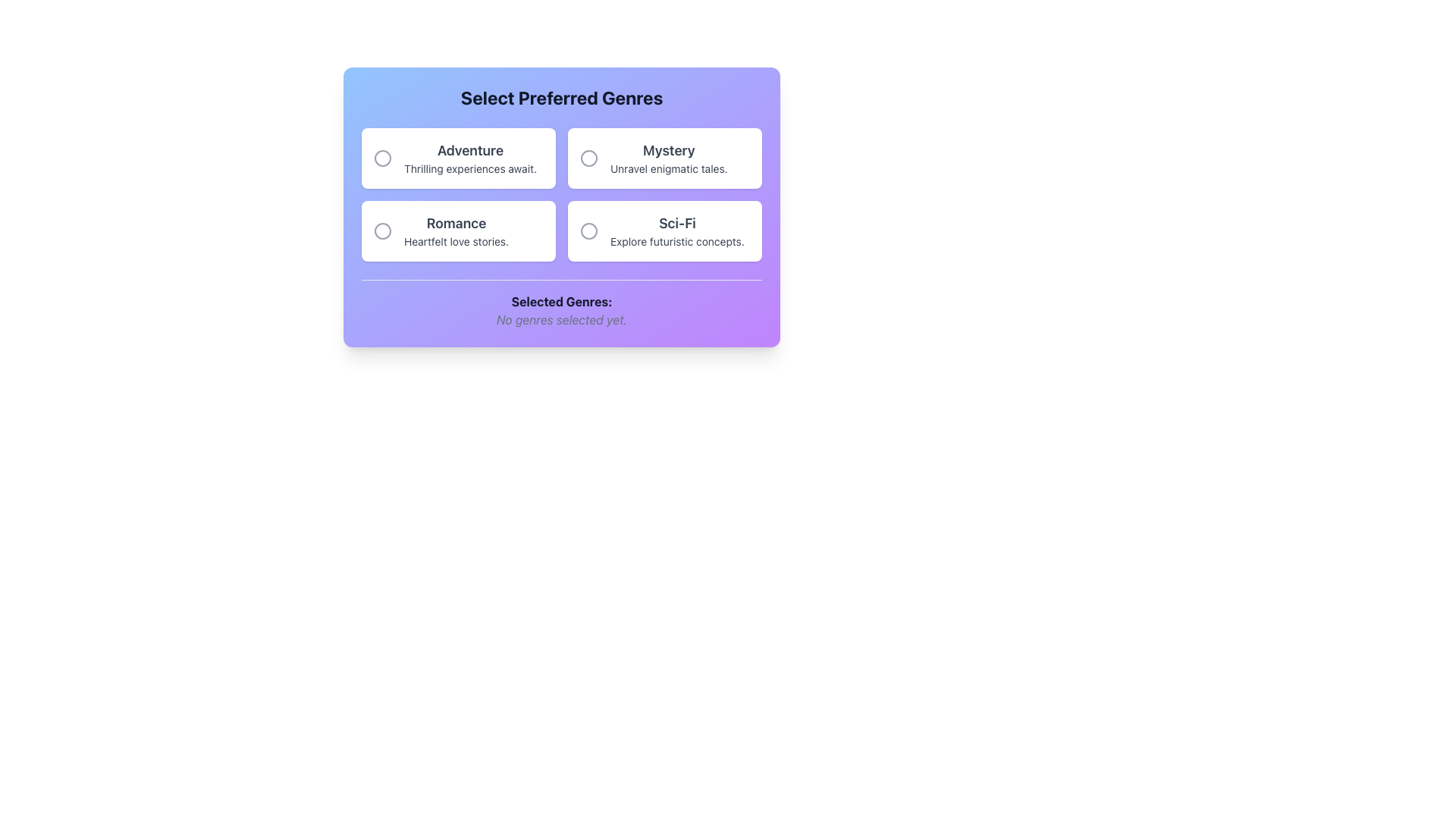 This screenshot has width=1456, height=819. What do you see at coordinates (457, 231) in the screenshot?
I see `the 'Romance' genre button, which is the third button in a grid layout located in the bottom-left position beneath 'Adventure' and to the left of 'Sci-Fi'` at bounding box center [457, 231].